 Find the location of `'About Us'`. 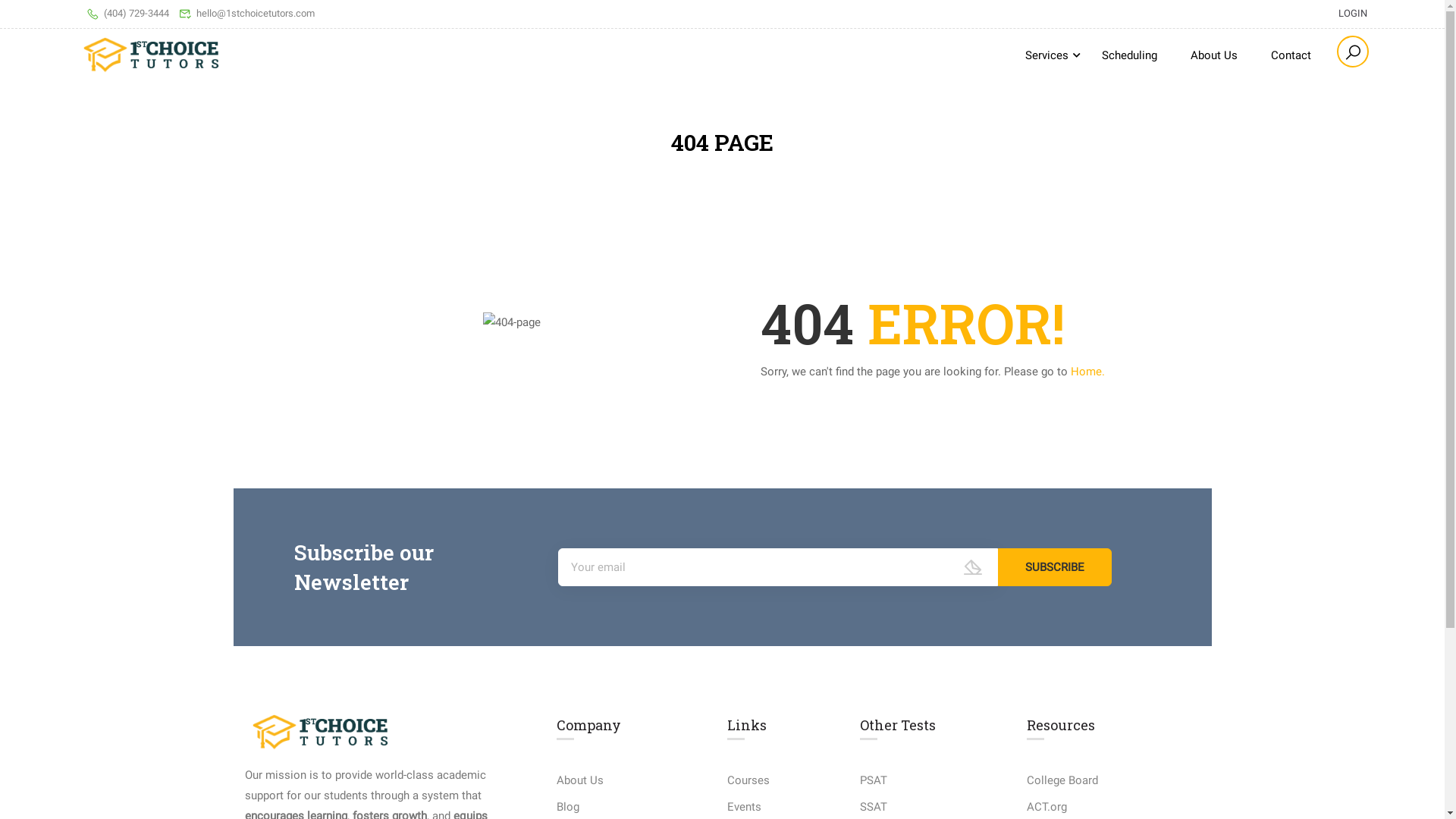

'About Us' is located at coordinates (579, 780).